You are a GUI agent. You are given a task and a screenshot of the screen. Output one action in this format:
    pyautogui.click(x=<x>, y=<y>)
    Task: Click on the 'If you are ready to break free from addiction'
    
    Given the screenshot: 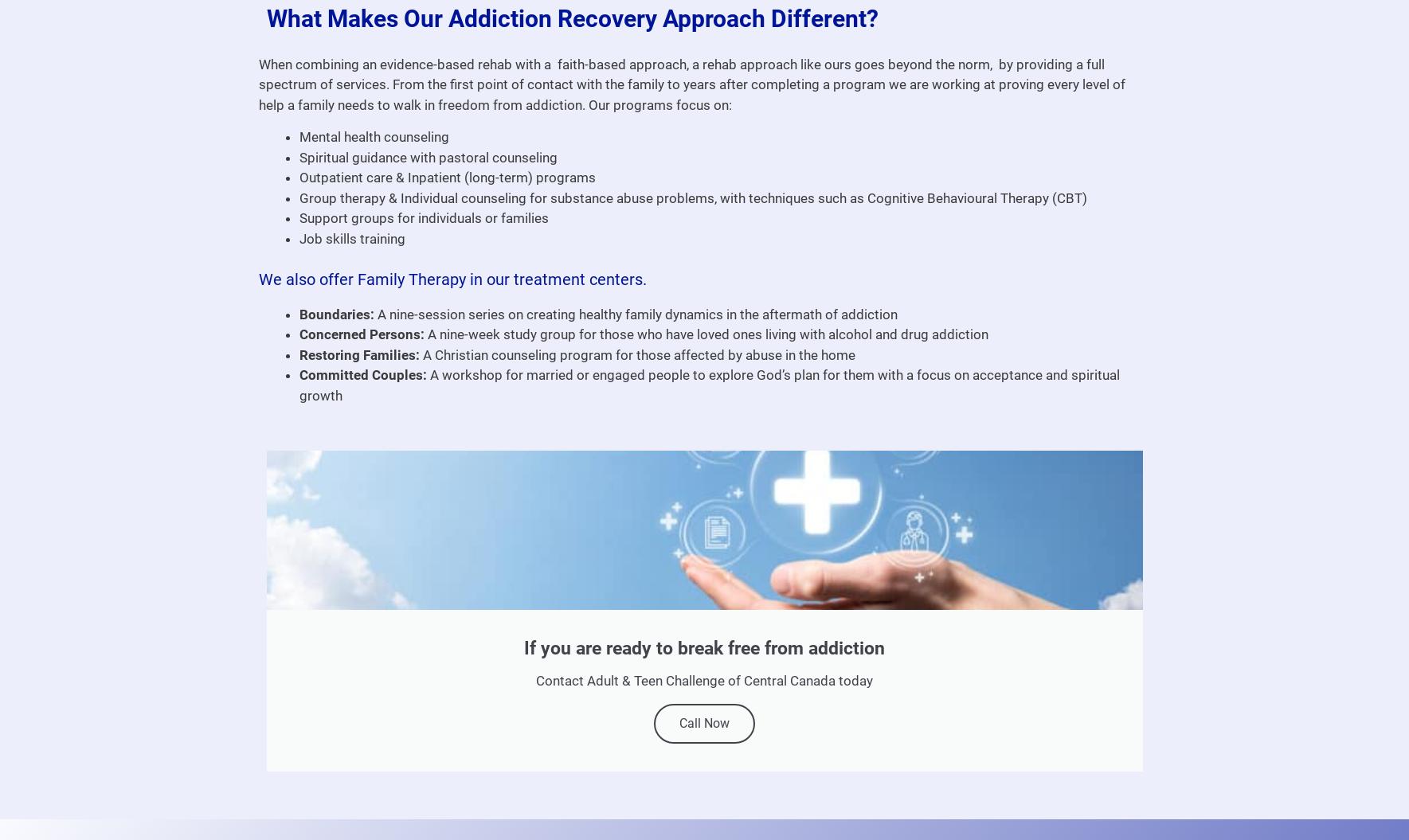 What is the action you would take?
    pyautogui.click(x=703, y=647)
    